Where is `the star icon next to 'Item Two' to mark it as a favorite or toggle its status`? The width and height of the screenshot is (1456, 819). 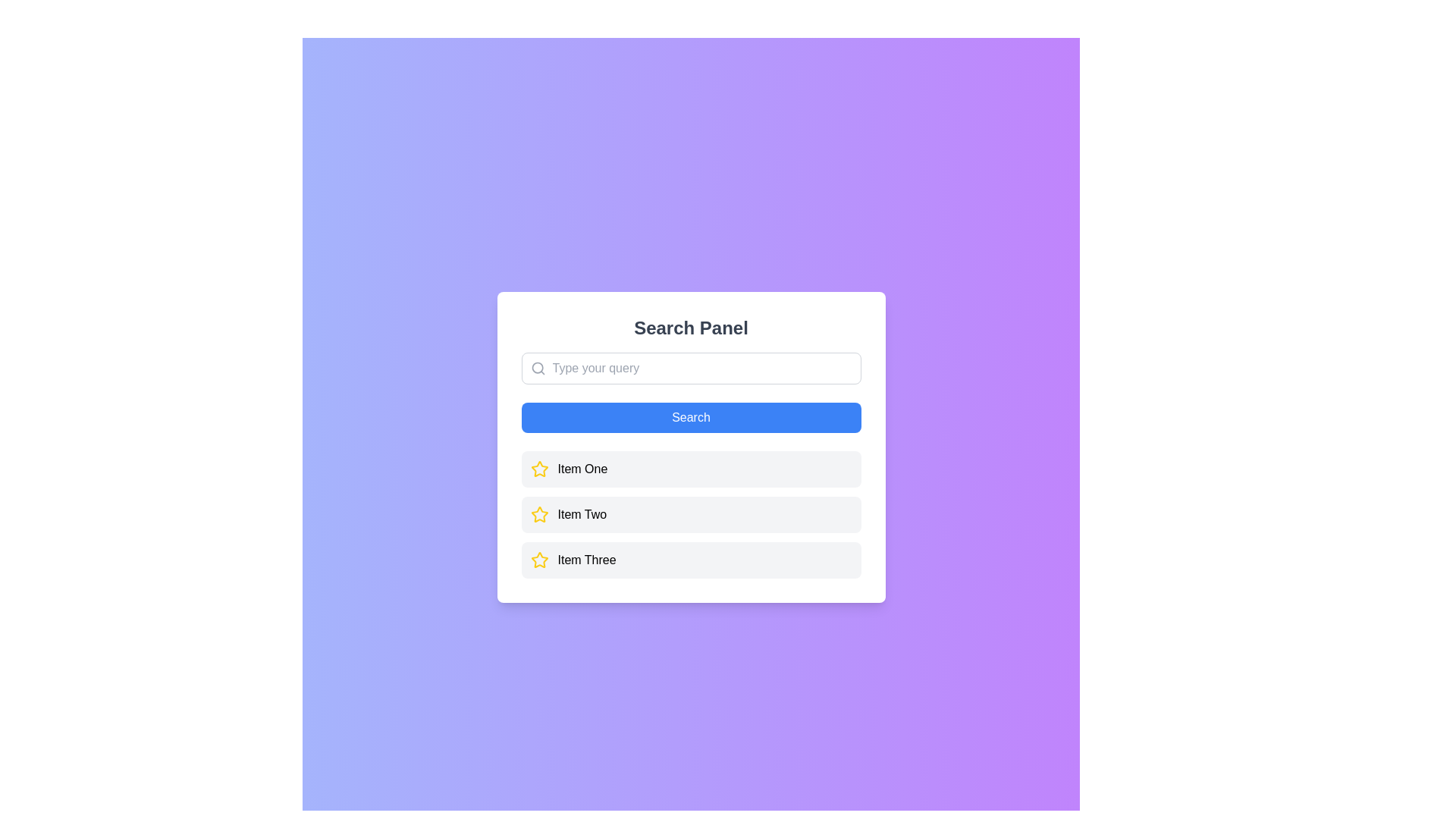
the star icon next to 'Item Two' to mark it as a favorite or toggle its status is located at coordinates (539, 468).